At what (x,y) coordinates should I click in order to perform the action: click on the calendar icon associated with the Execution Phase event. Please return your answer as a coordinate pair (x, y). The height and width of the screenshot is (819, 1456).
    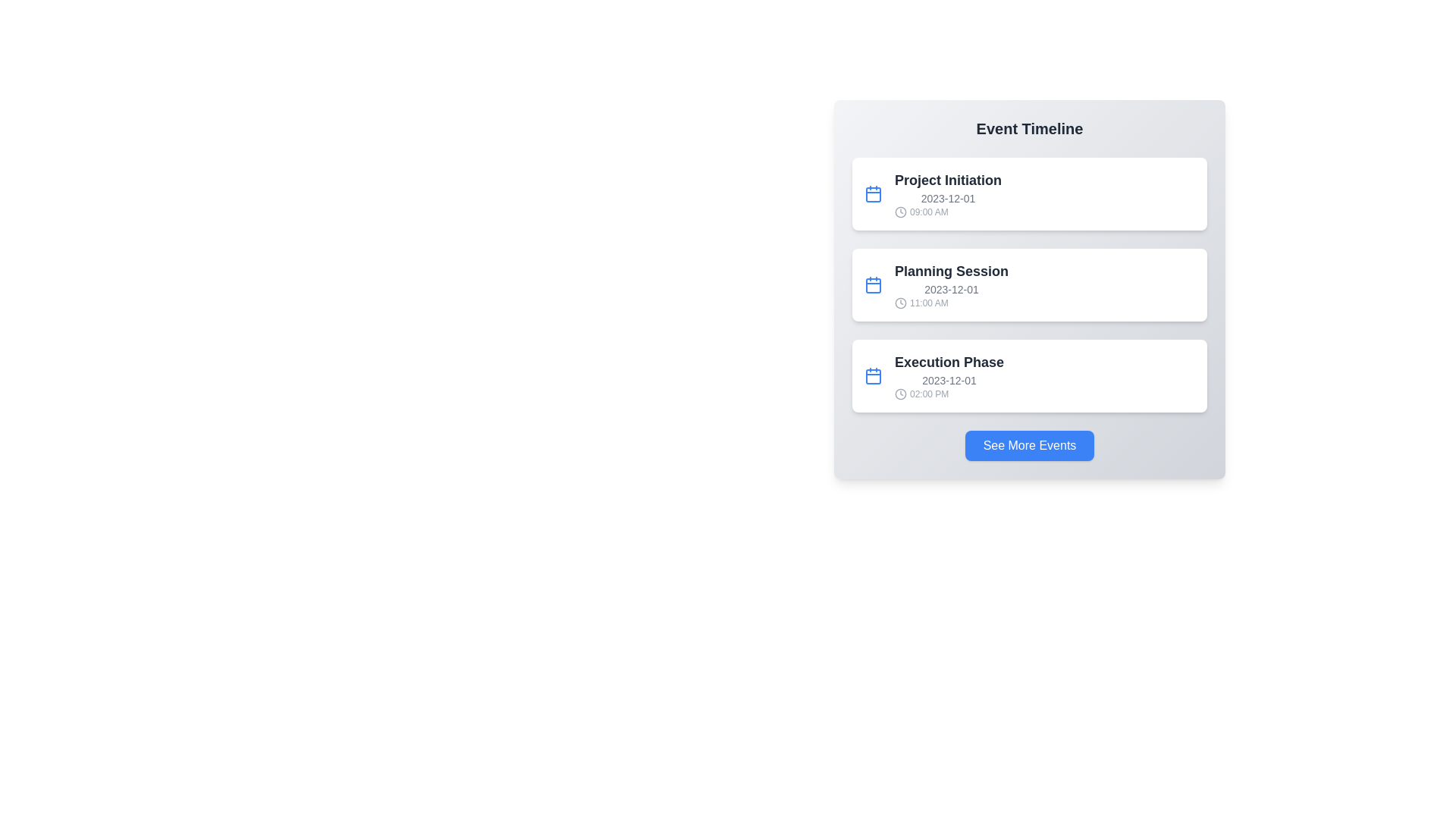
    Looking at the image, I should click on (874, 375).